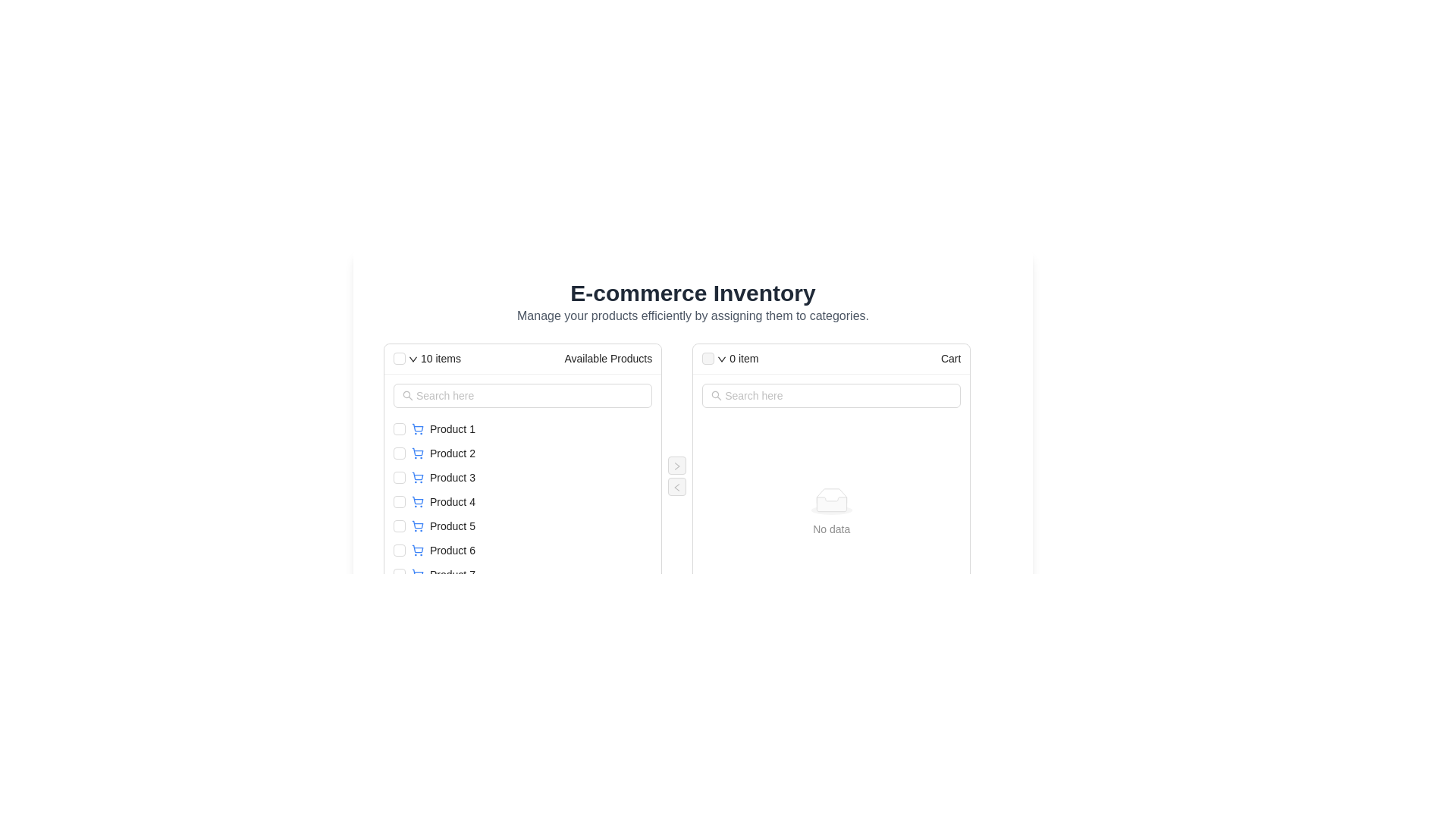  What do you see at coordinates (407, 394) in the screenshot?
I see `the magnifying glass icon located at the beginning of the 'Search here' input field within the 'Available Products' section` at bounding box center [407, 394].